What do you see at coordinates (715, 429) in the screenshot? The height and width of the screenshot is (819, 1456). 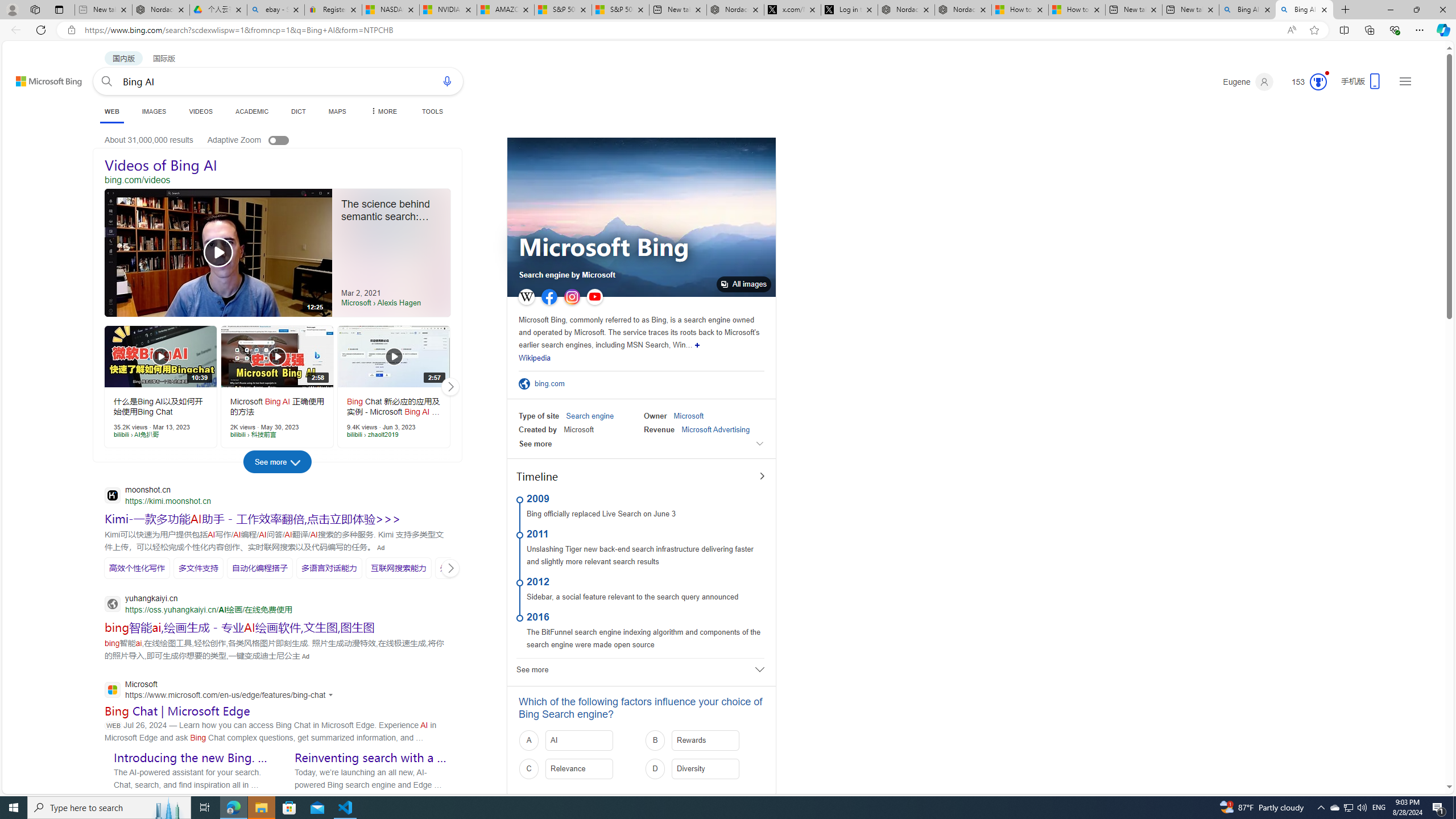 I see `'Microsoft Advertising'` at bounding box center [715, 429].